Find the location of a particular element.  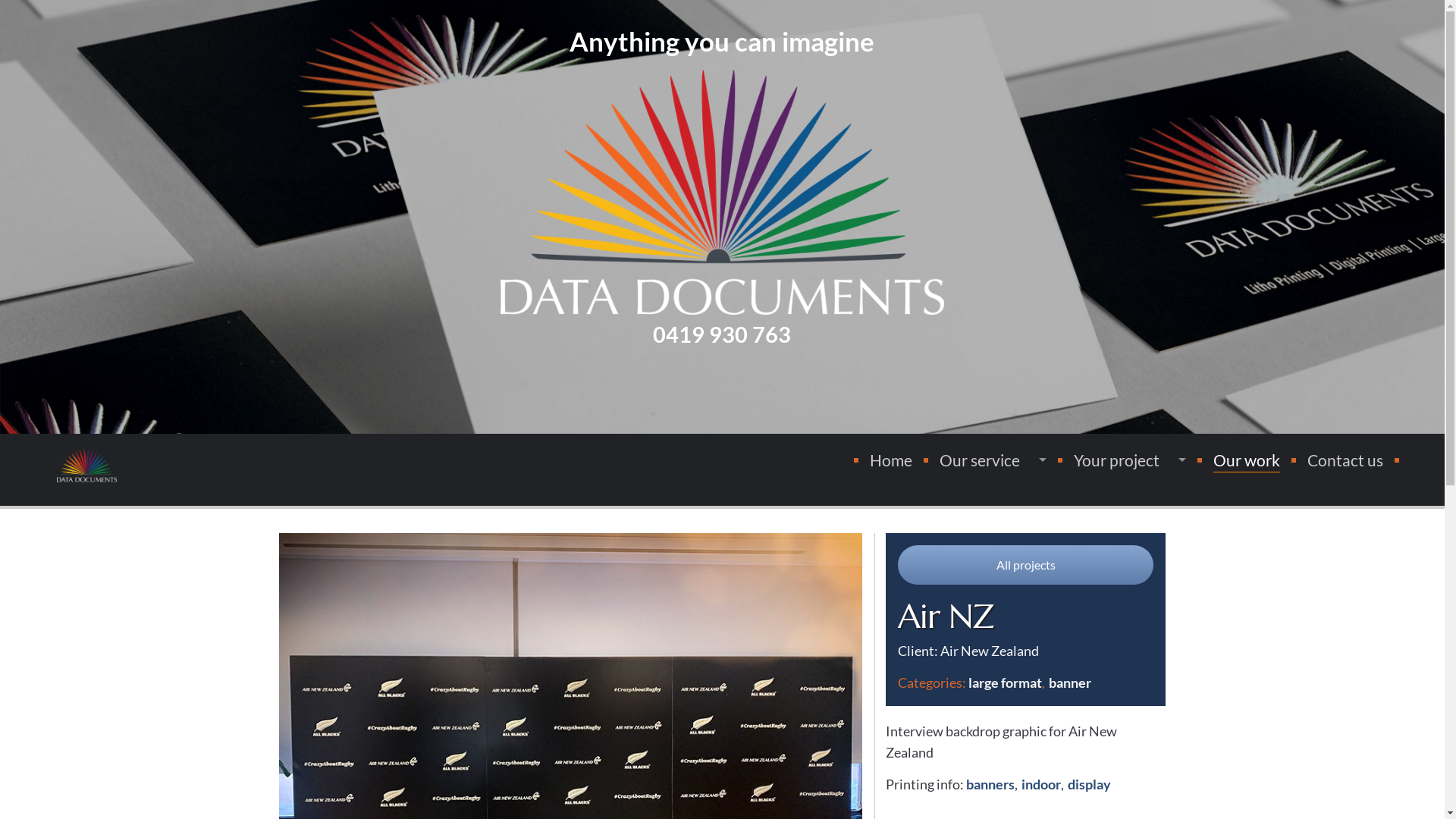

'Types of printing' is located at coordinates (987, 488).